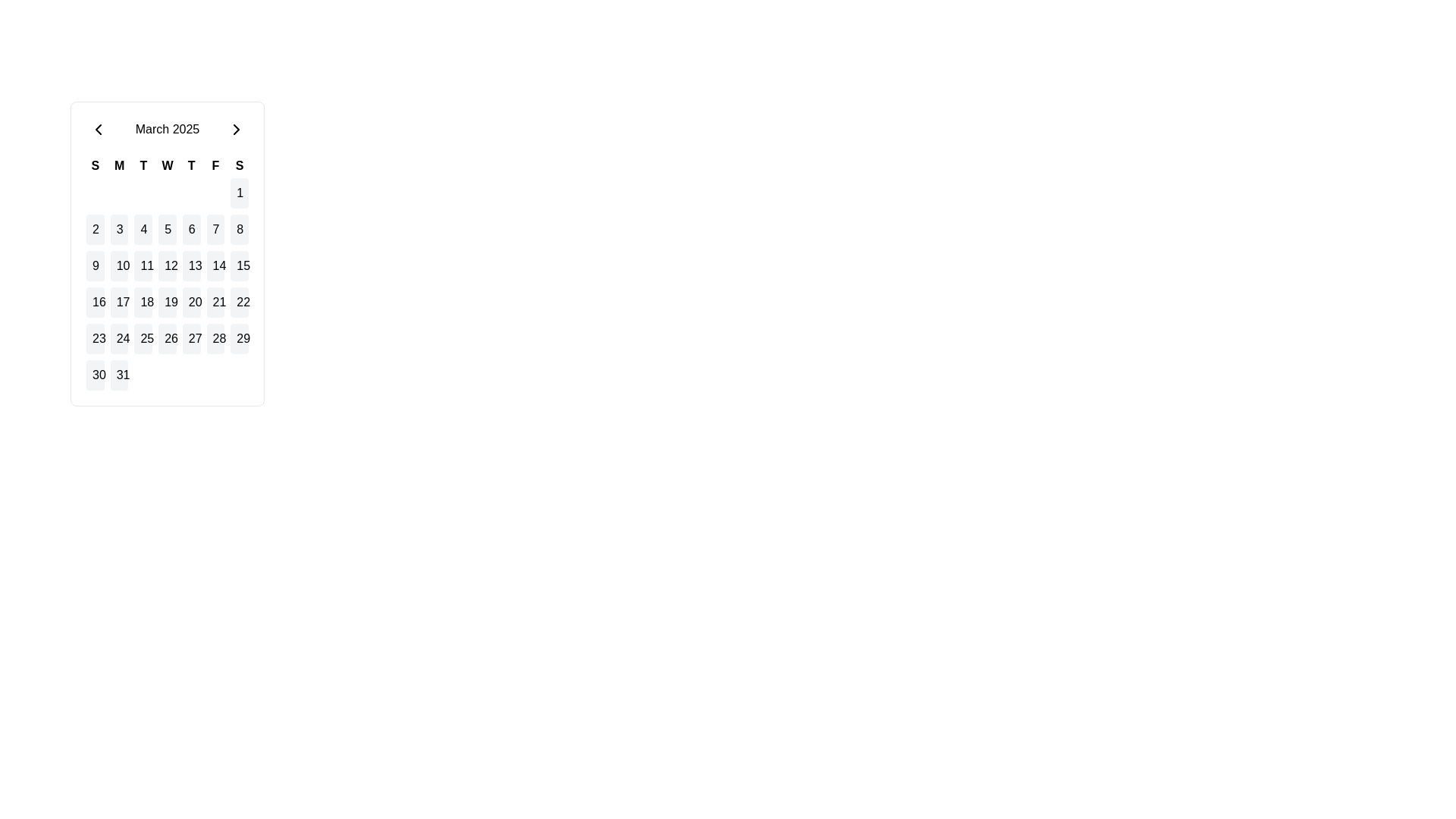 The height and width of the screenshot is (819, 1456). I want to click on from the button representing March 10, 2025, located in the fourth column of the third row under 'F' for Friday, so click(118, 265).